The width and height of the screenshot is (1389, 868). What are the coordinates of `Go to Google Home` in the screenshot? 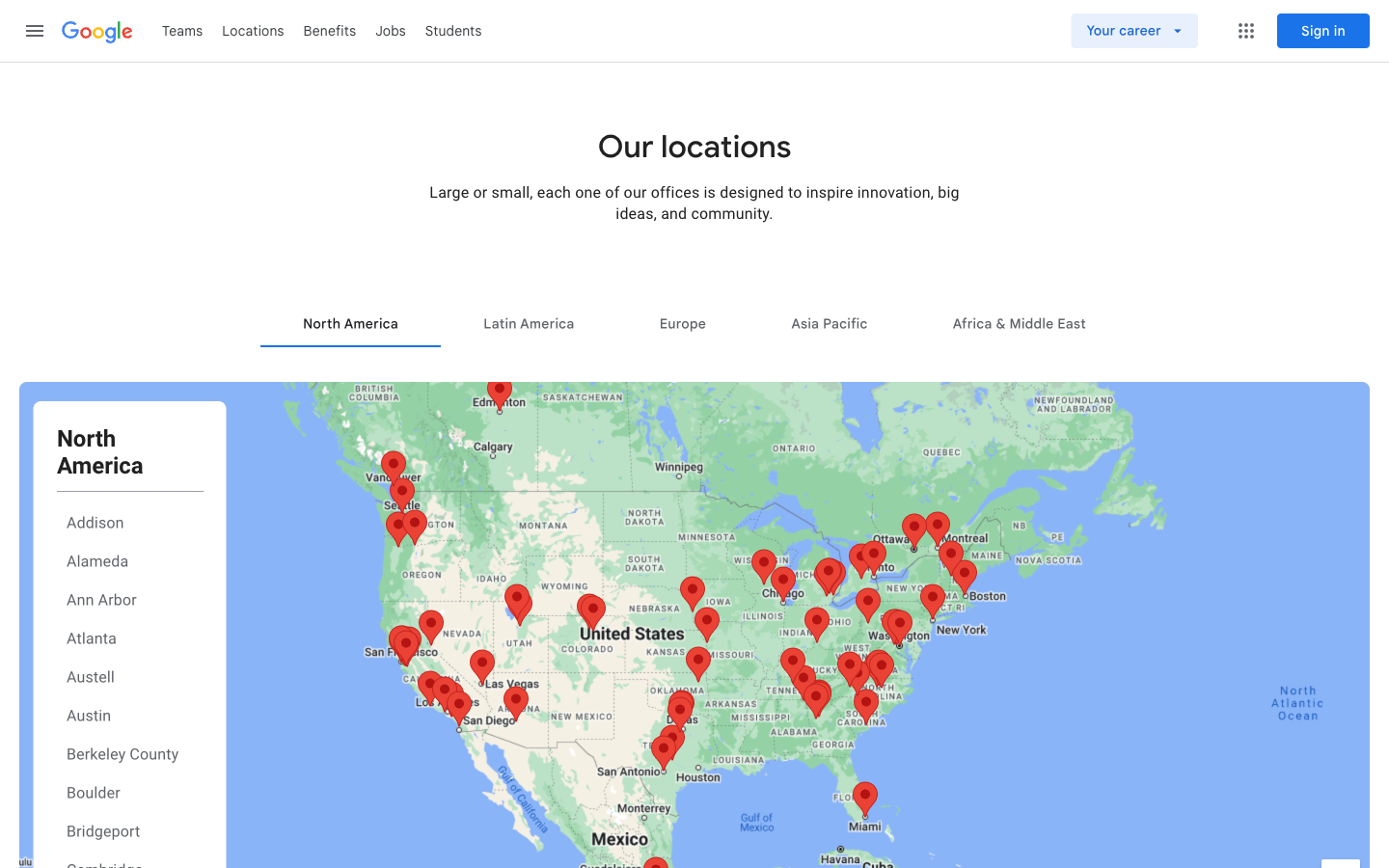 It's located at (96, 32).